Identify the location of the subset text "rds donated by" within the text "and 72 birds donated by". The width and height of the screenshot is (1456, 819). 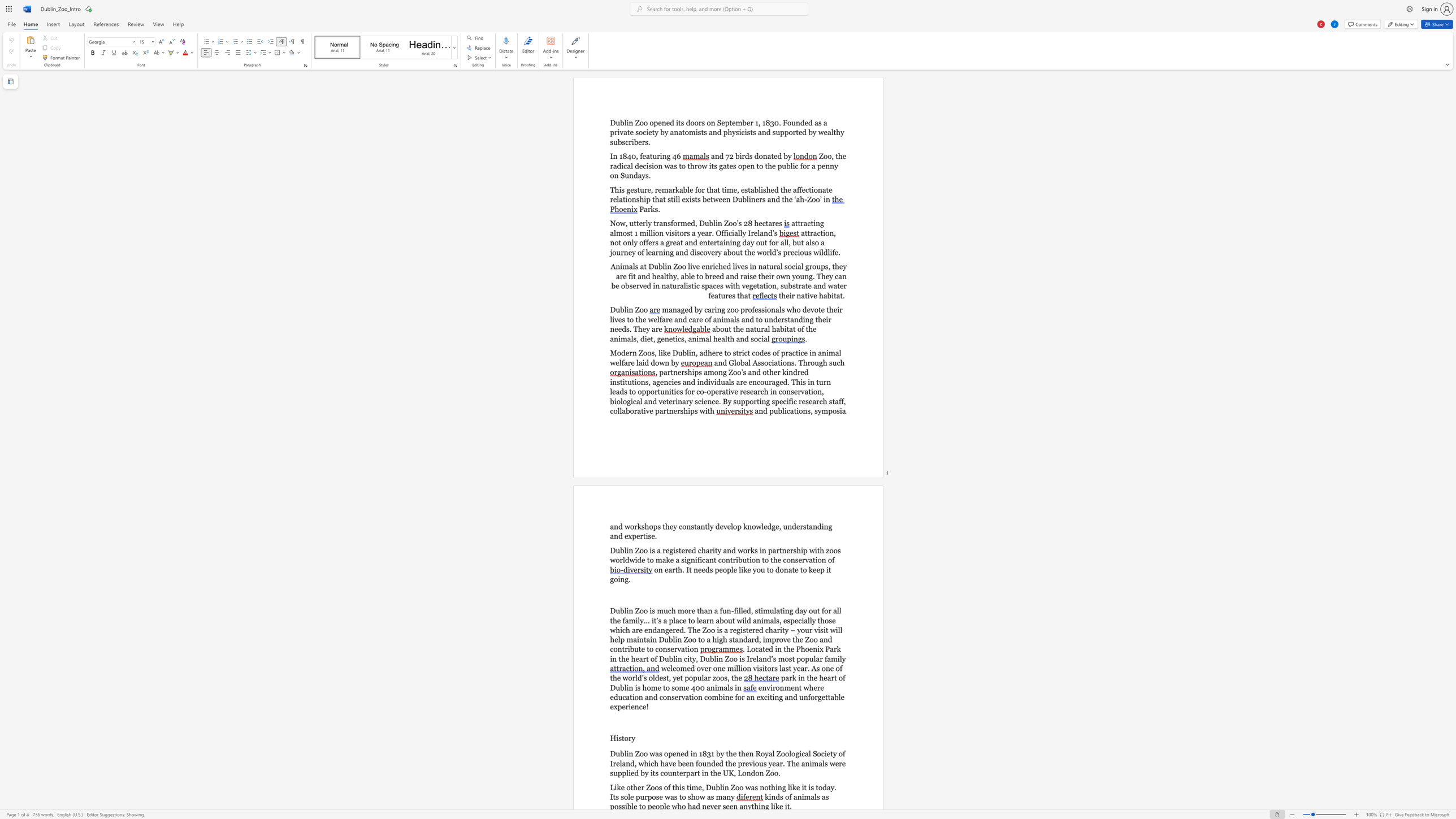
(742, 155).